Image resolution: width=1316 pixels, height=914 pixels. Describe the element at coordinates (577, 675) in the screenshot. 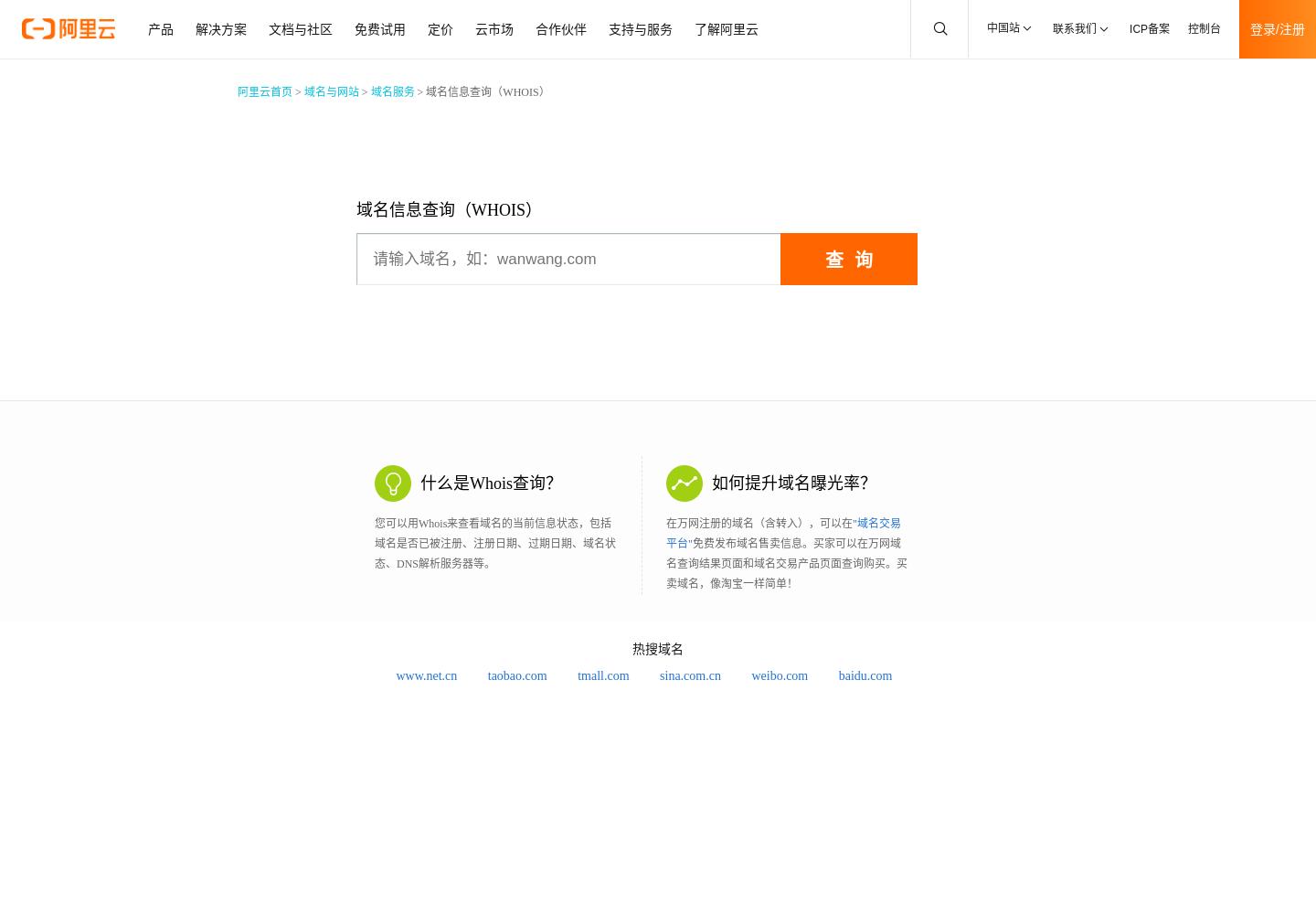

I see `'tmall.com'` at that location.